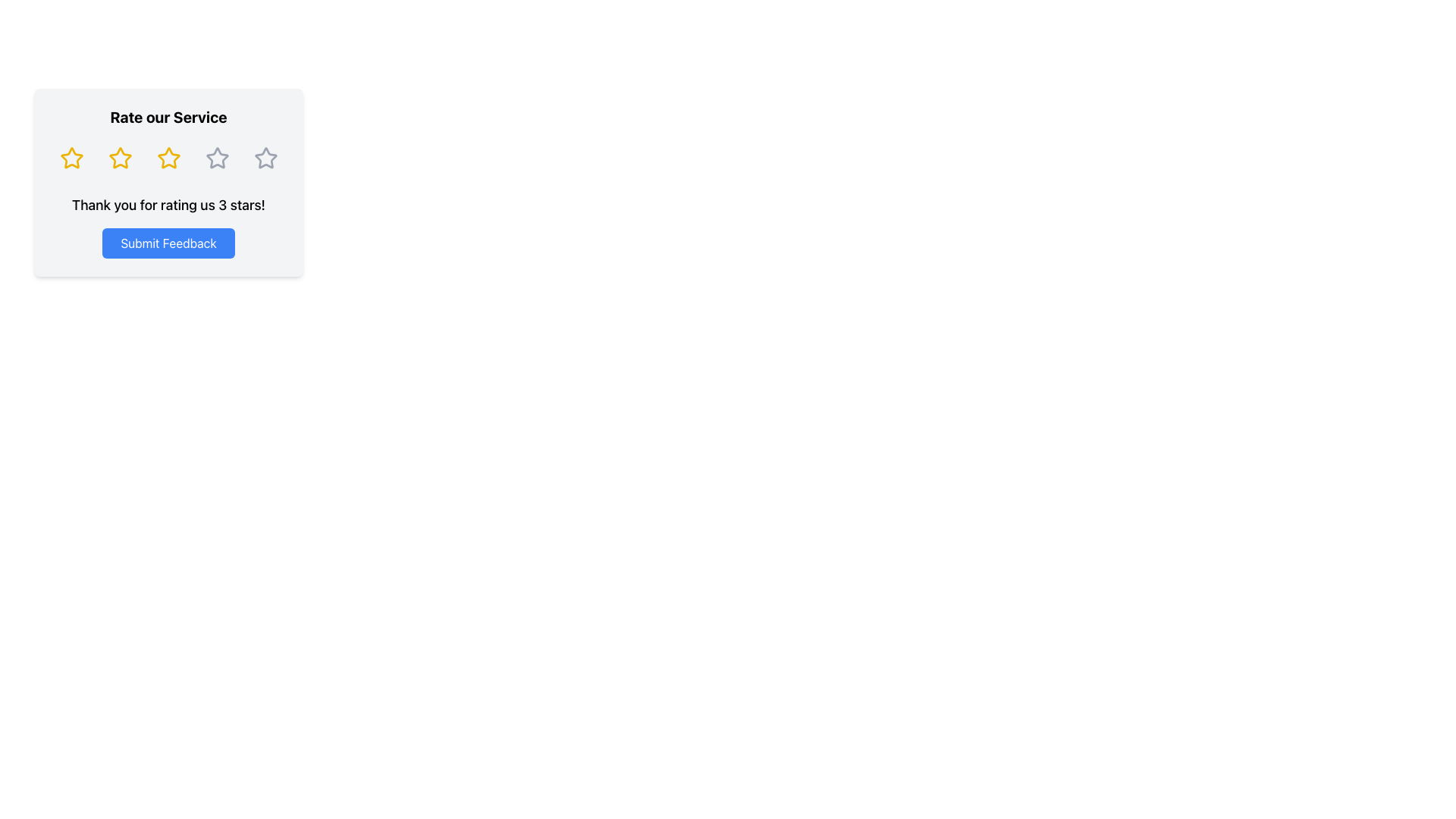 Image resolution: width=1456 pixels, height=819 pixels. What do you see at coordinates (216, 158) in the screenshot?
I see `the fourth star icon` at bounding box center [216, 158].